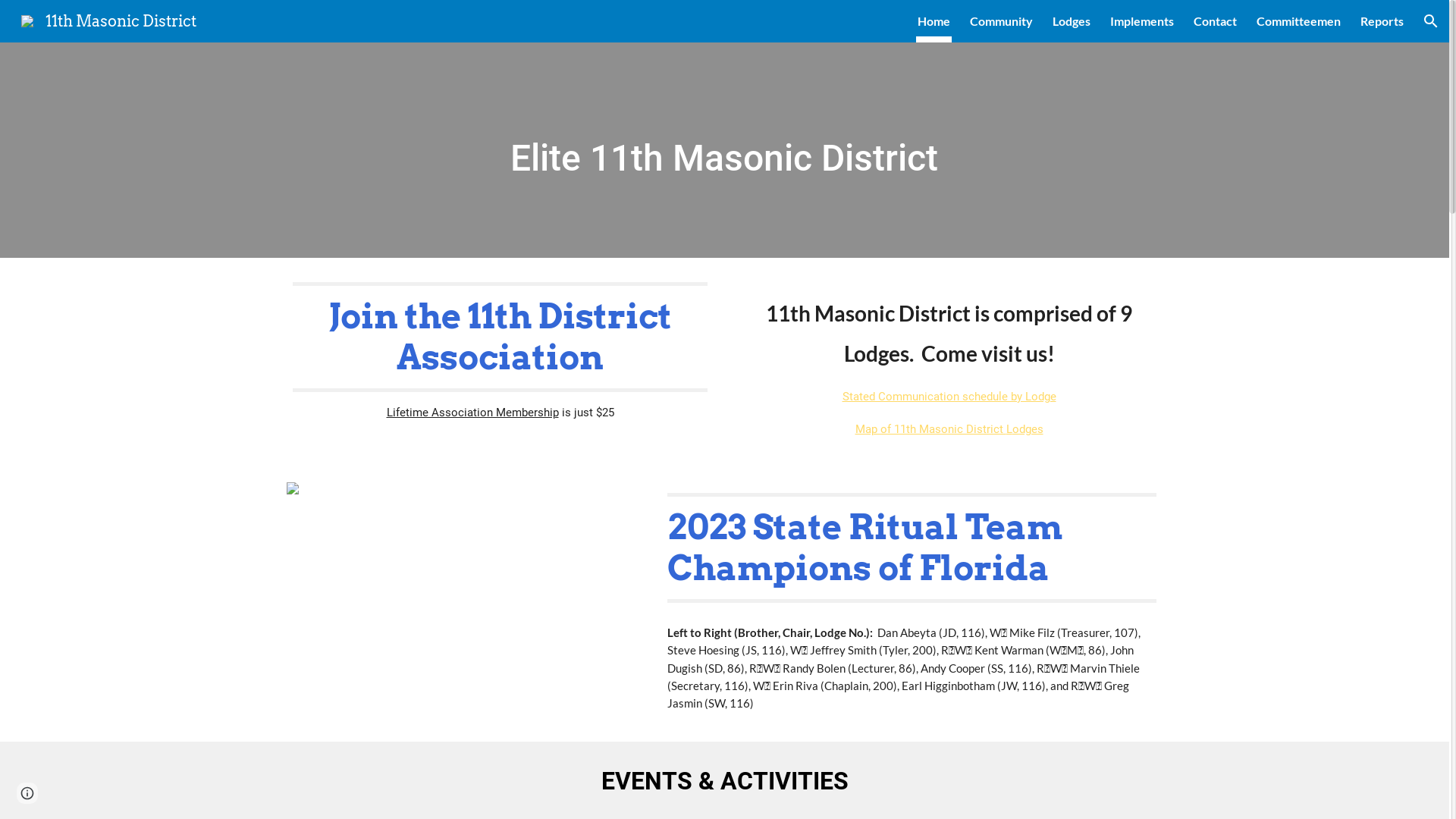 This screenshot has height=819, width=1456. Describe the element at coordinates (472, 412) in the screenshot. I see `'Lifetime Association Membership'` at that location.